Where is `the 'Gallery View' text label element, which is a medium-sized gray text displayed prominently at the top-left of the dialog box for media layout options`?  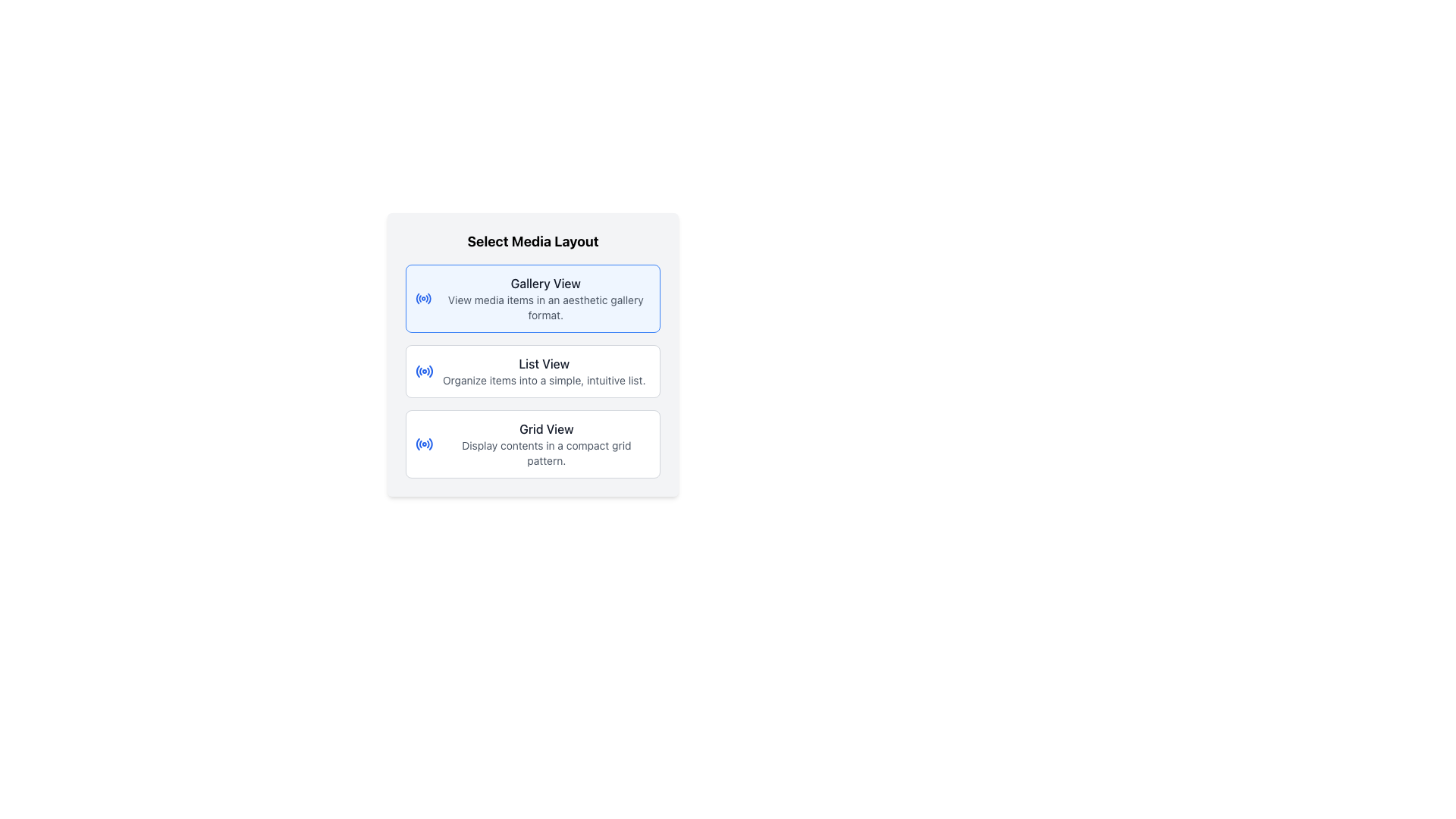
the 'Gallery View' text label element, which is a medium-sized gray text displayed prominently at the top-left of the dialog box for media layout options is located at coordinates (545, 284).